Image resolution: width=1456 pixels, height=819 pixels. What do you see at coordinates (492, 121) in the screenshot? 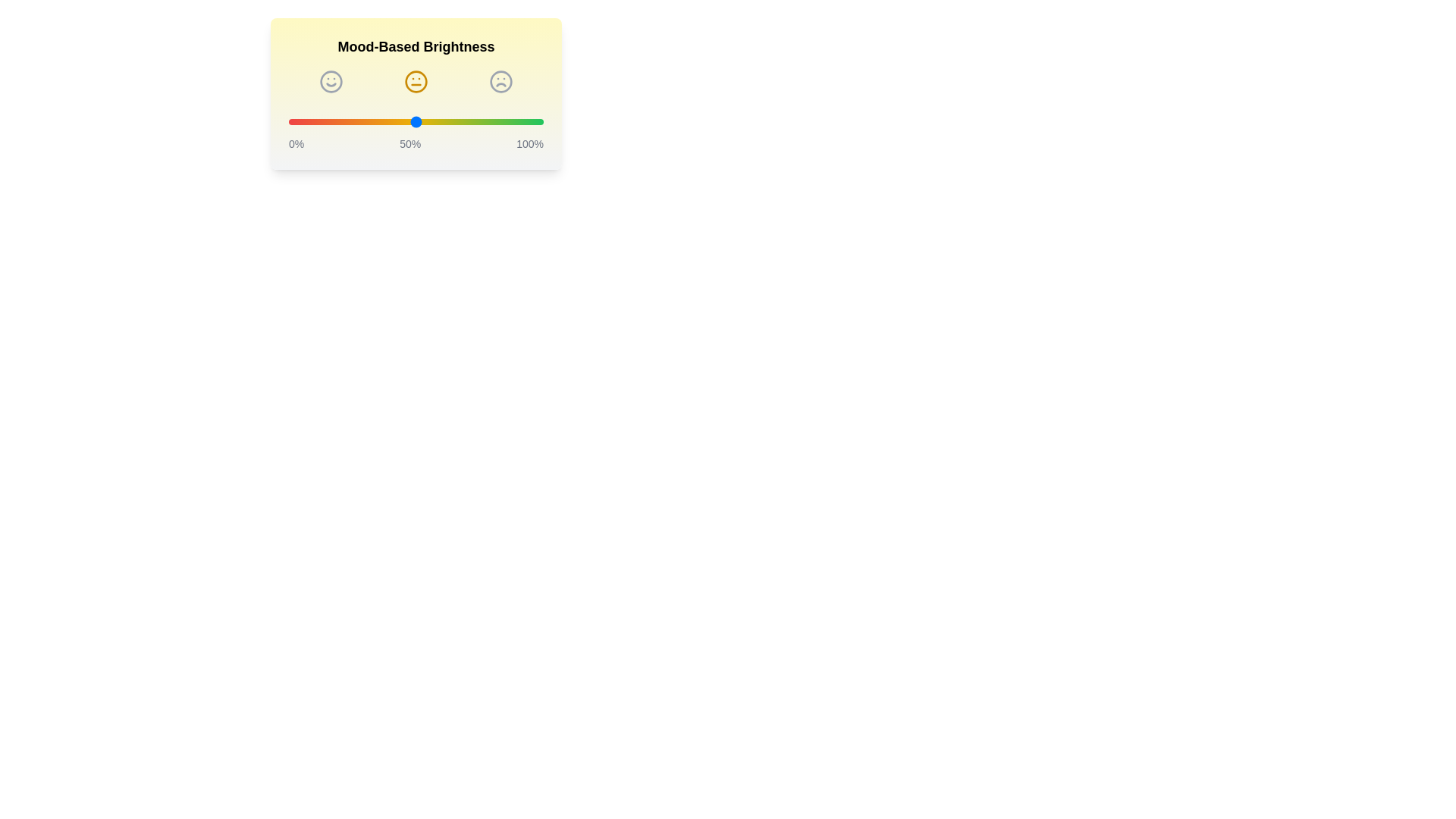
I see `the brightness slider to 80% to observe the mood icon change` at bounding box center [492, 121].